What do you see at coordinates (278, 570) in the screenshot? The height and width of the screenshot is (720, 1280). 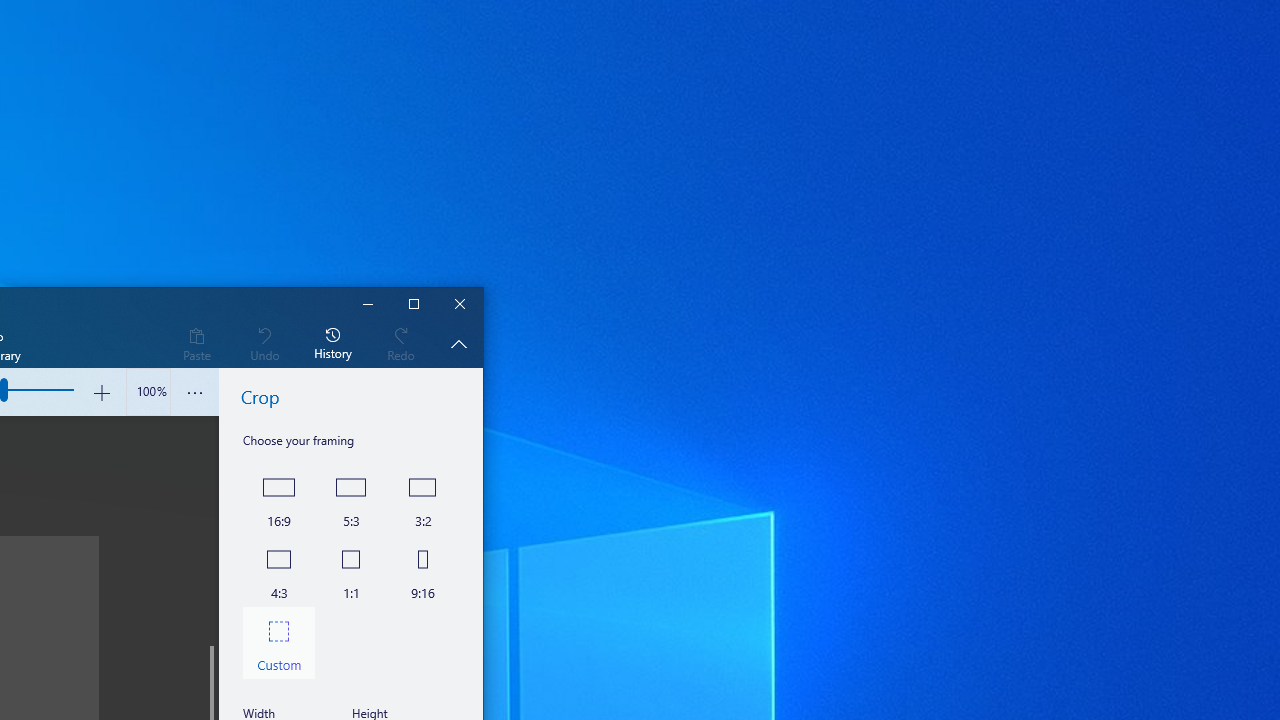 I see `'4 by 3'` at bounding box center [278, 570].